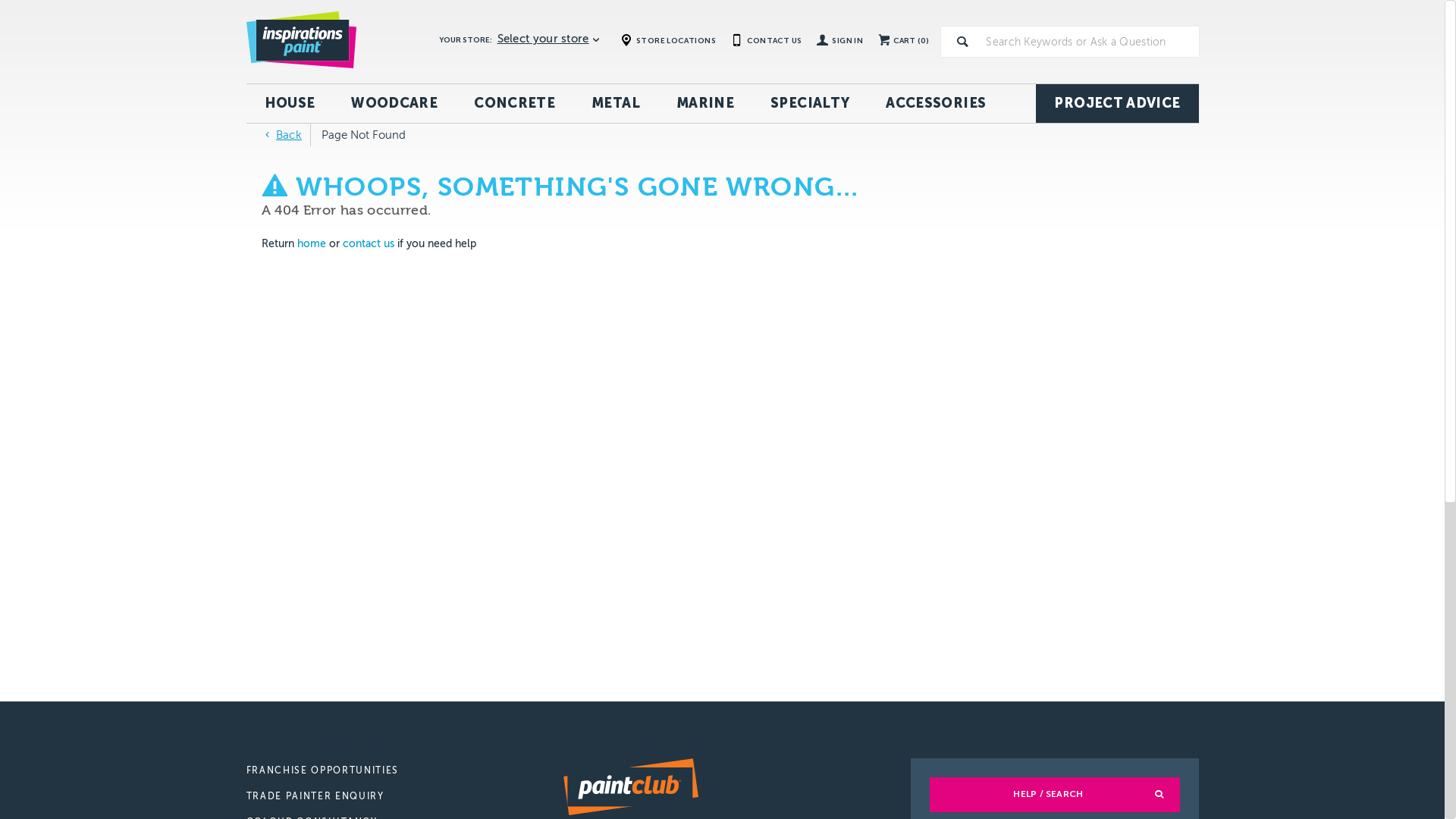  What do you see at coordinates (667, 39) in the screenshot?
I see `'STORE LOCATIONS'` at bounding box center [667, 39].